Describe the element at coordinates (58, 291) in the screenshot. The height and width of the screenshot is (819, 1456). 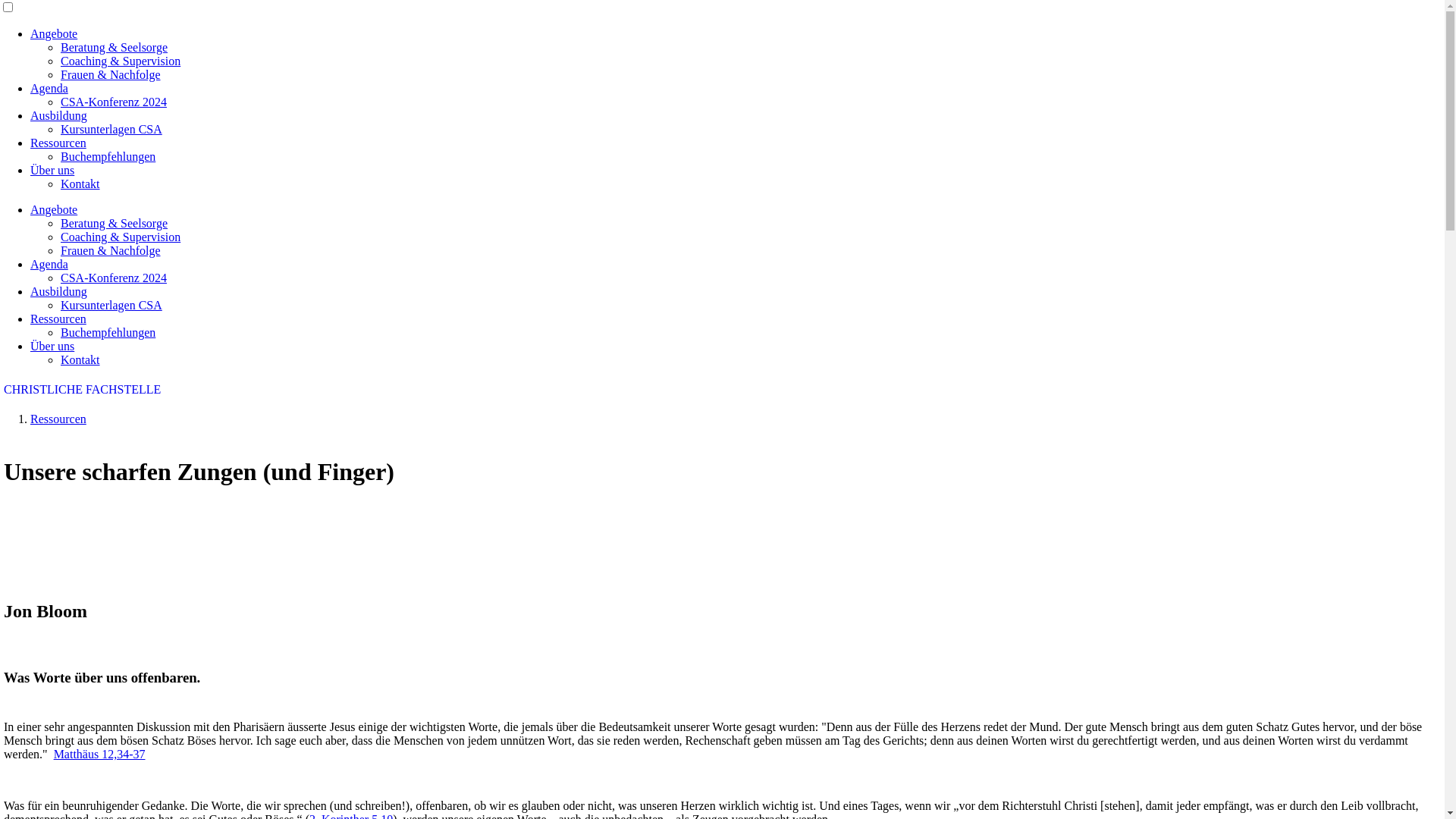
I see `'Ausbildung'` at that location.